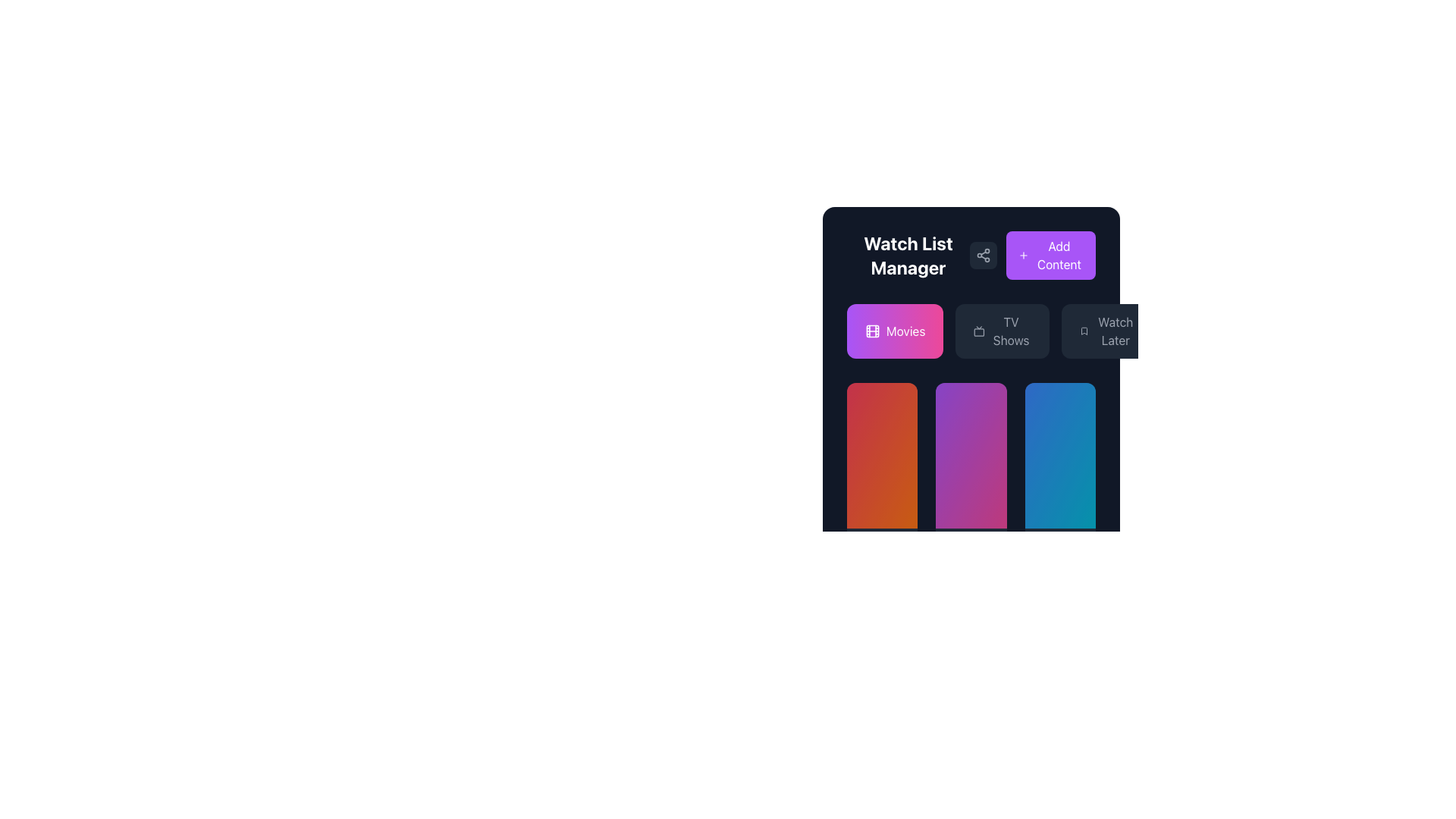 This screenshot has width=1456, height=819. What do you see at coordinates (971, 330) in the screenshot?
I see `the 'TV Shows' button, which is a rectangular button with a television icon and white text on a dark gray background, located between the 'Movies' and 'Watch Later' buttons` at bounding box center [971, 330].